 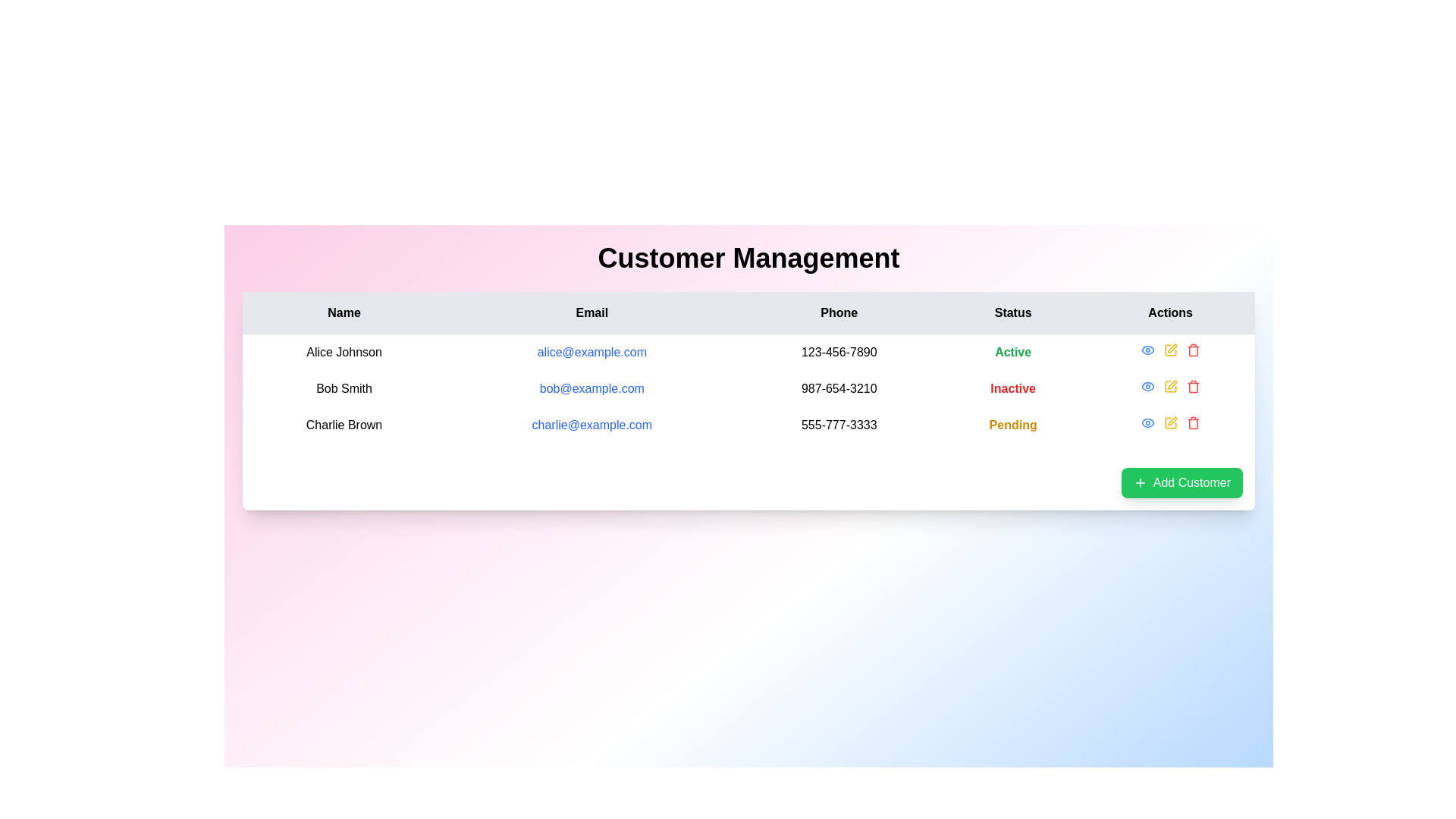 What do you see at coordinates (1169, 423) in the screenshot?
I see `the edit icon located in the Actions column for the third row entry describing Charlie Brown` at bounding box center [1169, 423].